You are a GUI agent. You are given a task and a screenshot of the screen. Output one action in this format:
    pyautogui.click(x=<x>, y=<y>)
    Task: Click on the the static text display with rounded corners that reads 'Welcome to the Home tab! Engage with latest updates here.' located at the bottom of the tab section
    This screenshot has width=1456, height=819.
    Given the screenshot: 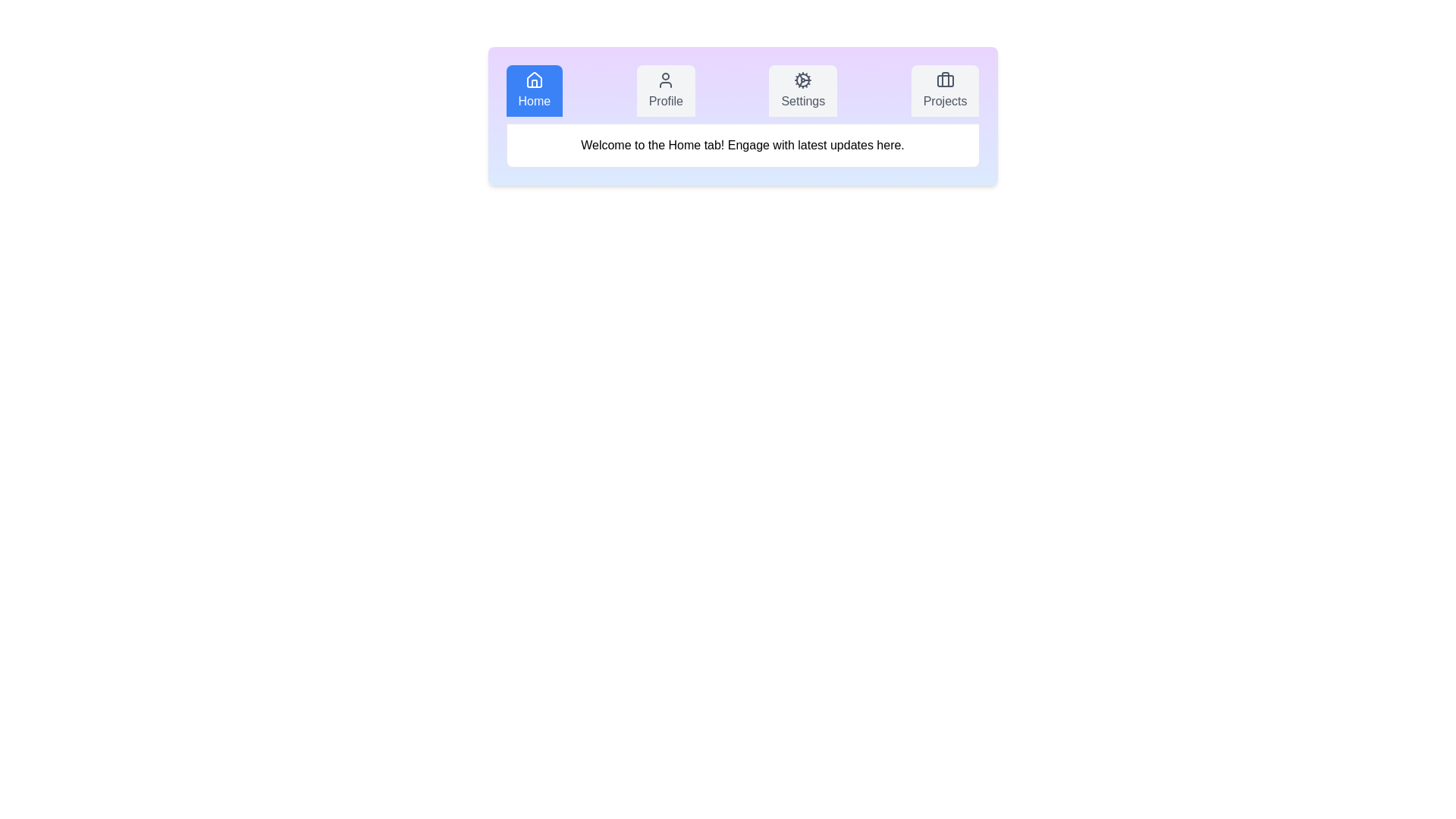 What is the action you would take?
    pyautogui.click(x=742, y=146)
    